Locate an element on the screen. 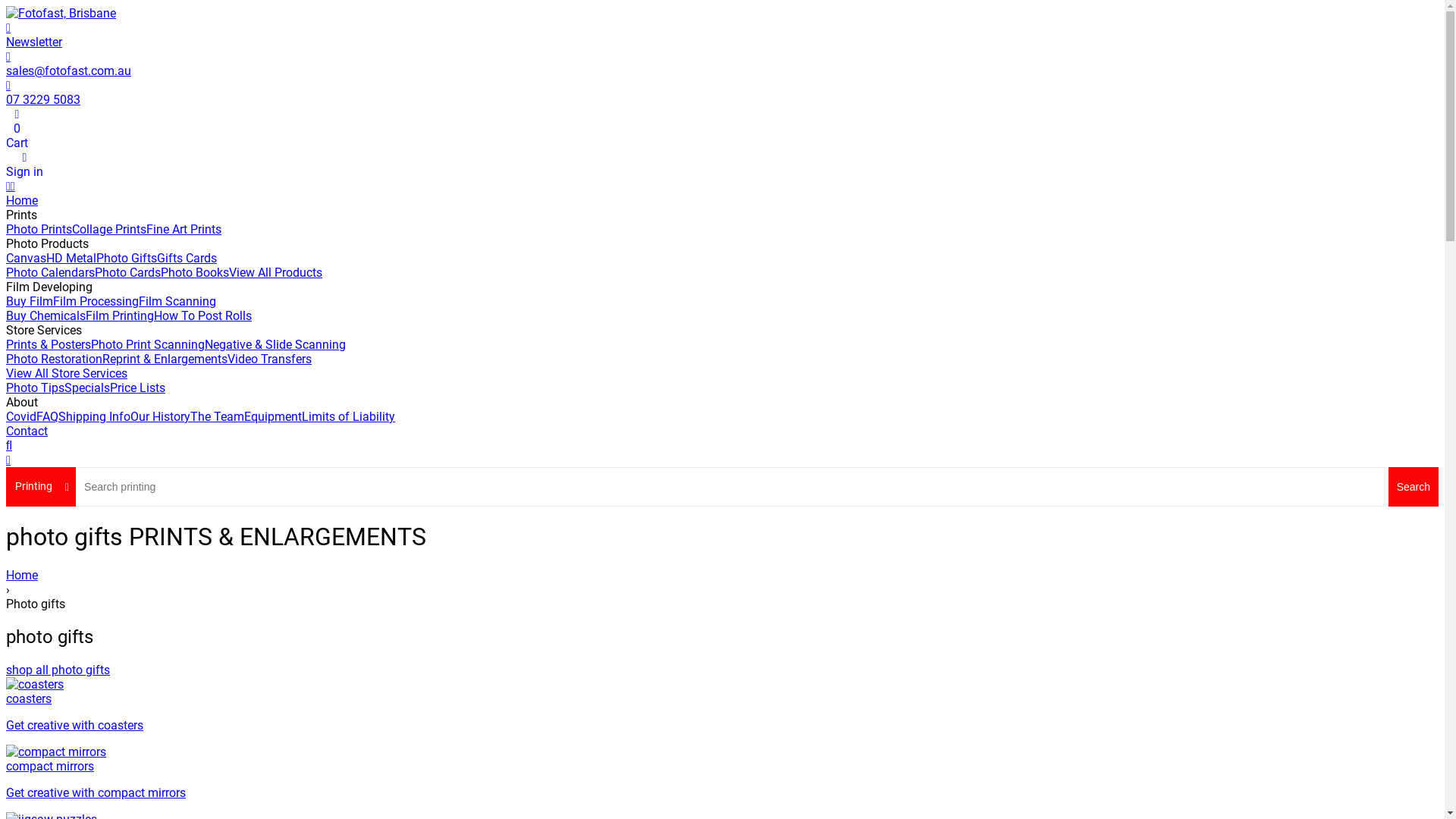  'Buy Film' is located at coordinates (29, 301).